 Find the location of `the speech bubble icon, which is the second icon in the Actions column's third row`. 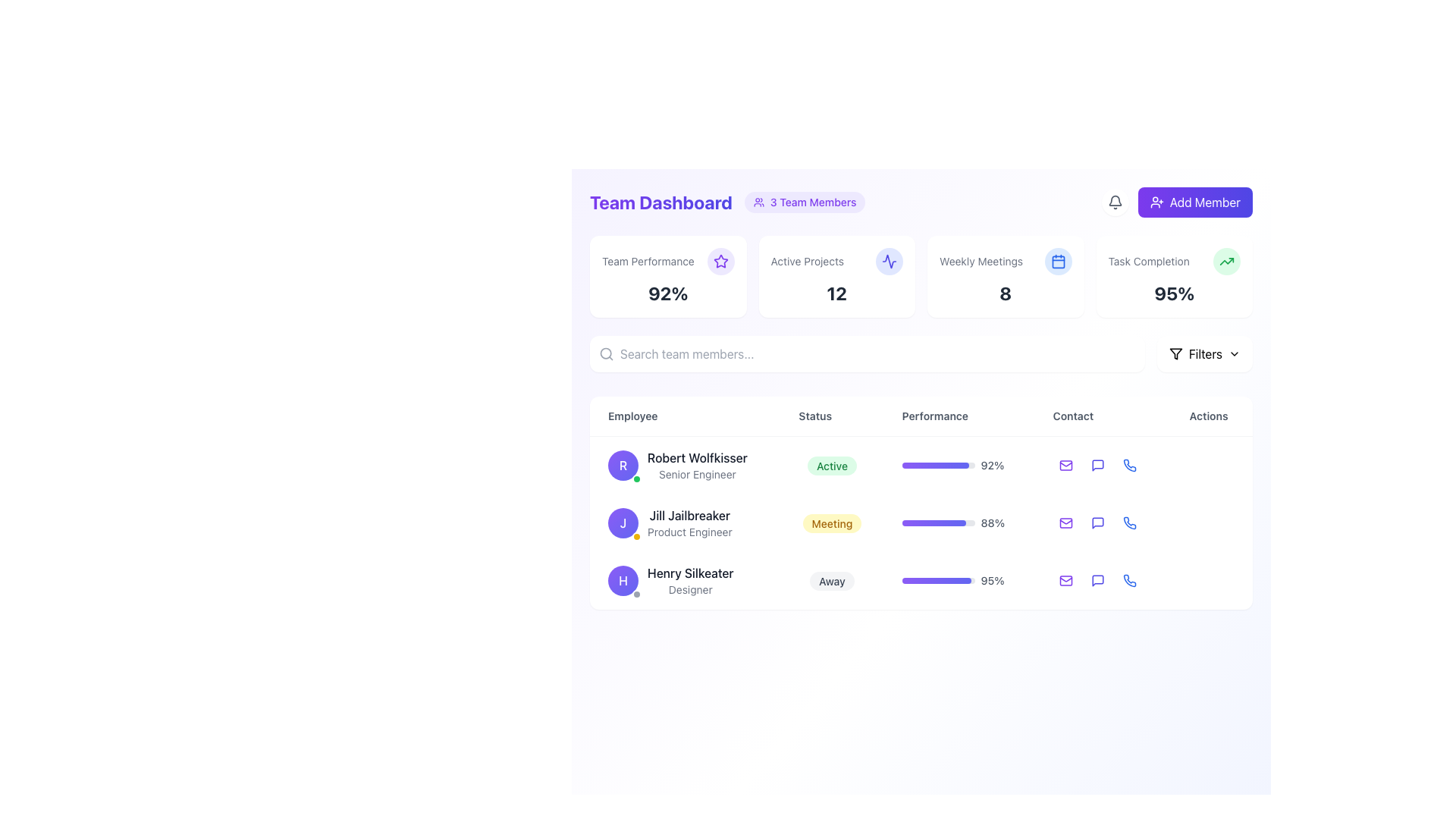

the speech bubble icon, which is the second icon in the Actions column's third row is located at coordinates (1097, 580).